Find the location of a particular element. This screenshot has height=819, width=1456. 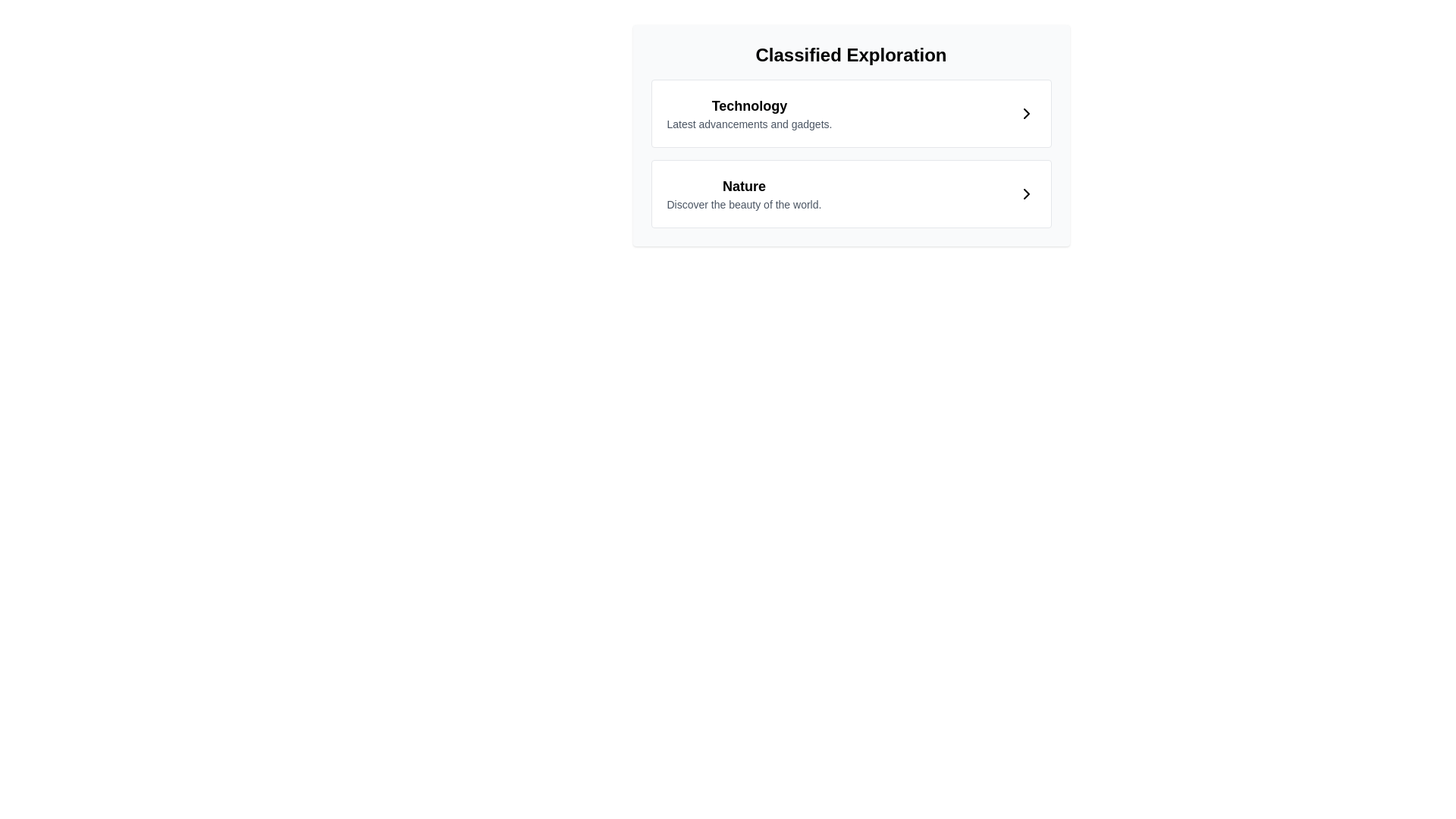

the descriptive text label providing context for the topic 'Nature', positioned beneath the heading in the 'Classified Exploration' section is located at coordinates (744, 205).